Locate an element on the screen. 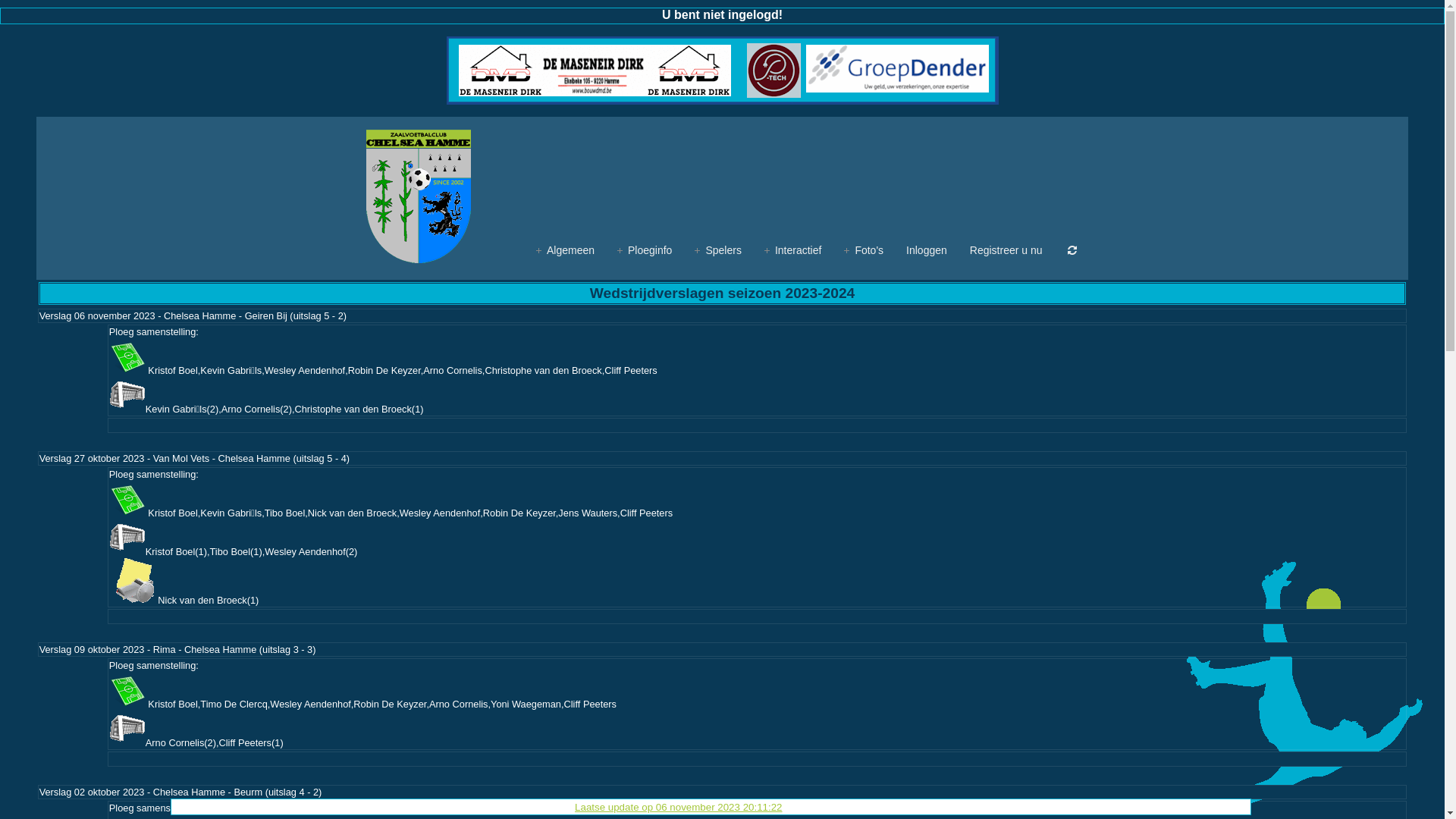 The image size is (1456, 819). 'Spelers' is located at coordinates (717, 249).